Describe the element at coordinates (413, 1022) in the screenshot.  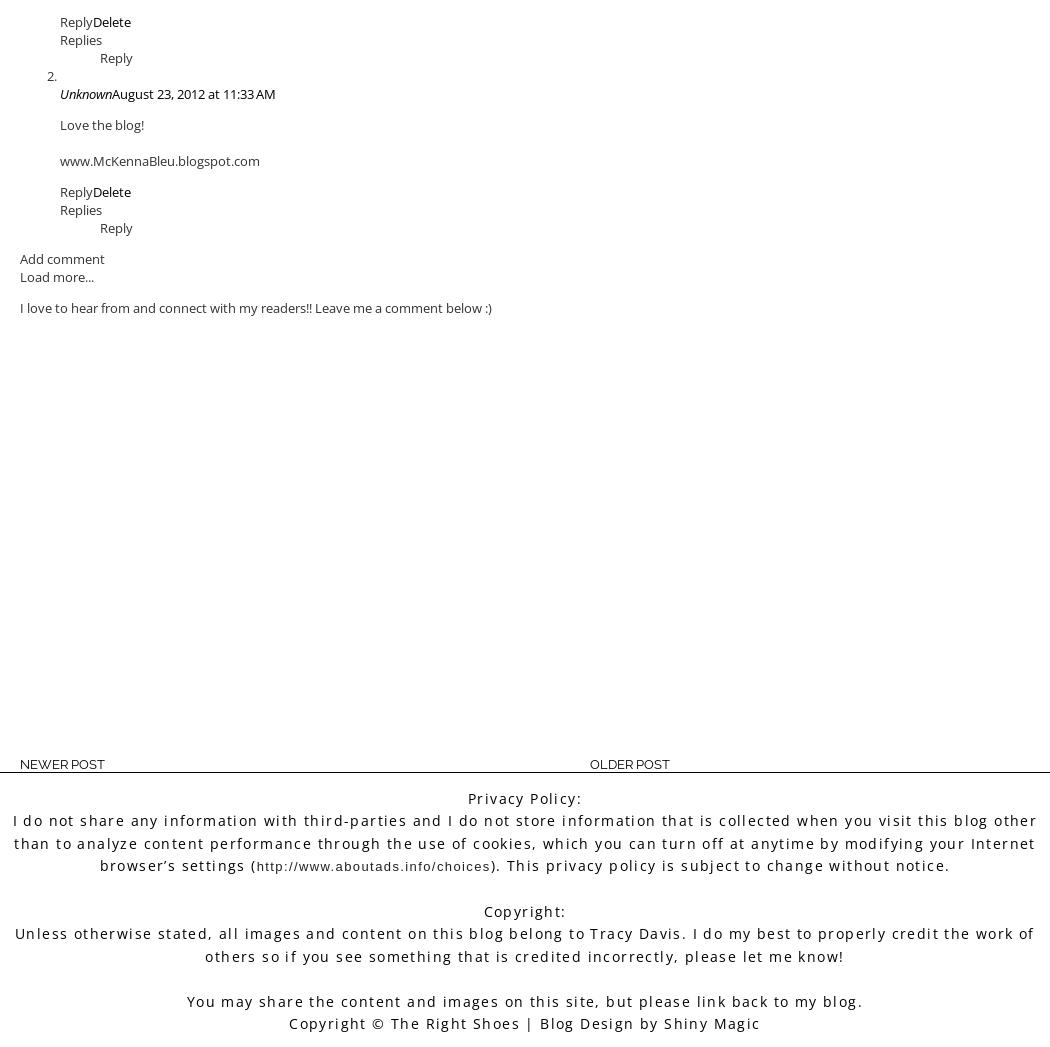
I see `'Copyright © The Right Shoes |'` at that location.